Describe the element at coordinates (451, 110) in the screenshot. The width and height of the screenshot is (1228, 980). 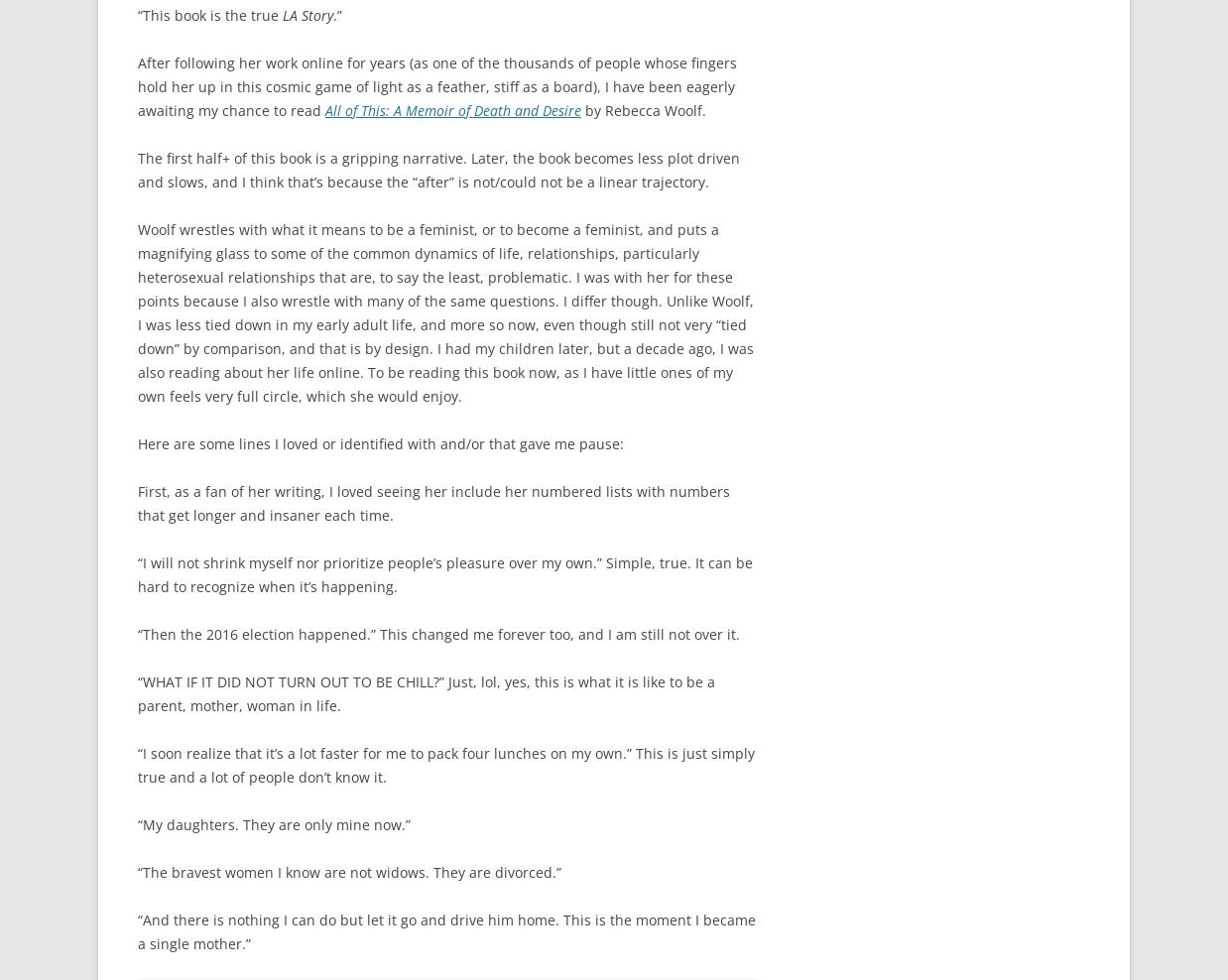
I see `'All of This: A Memoir of Death and Desire'` at that location.